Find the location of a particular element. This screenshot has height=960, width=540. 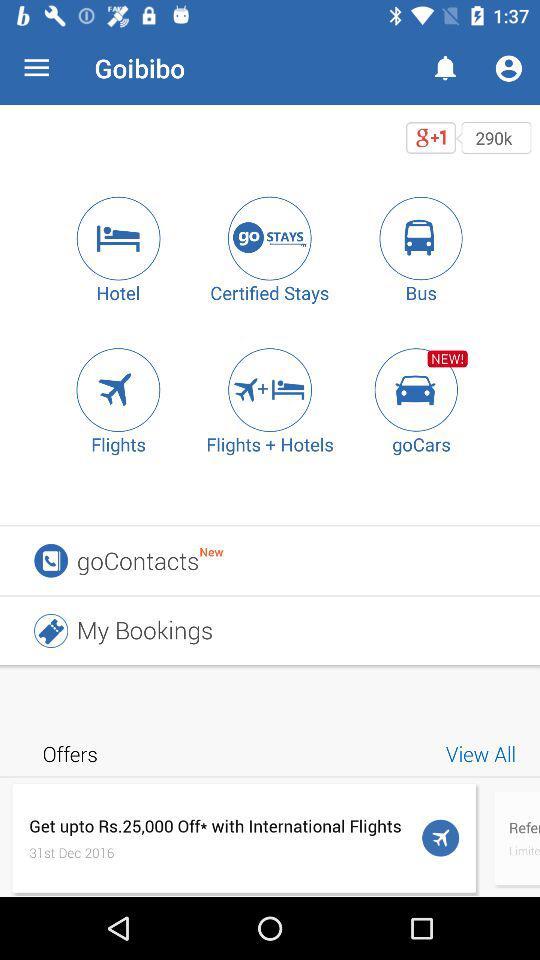

the icon next to the flights + hotels is located at coordinates (420, 388).